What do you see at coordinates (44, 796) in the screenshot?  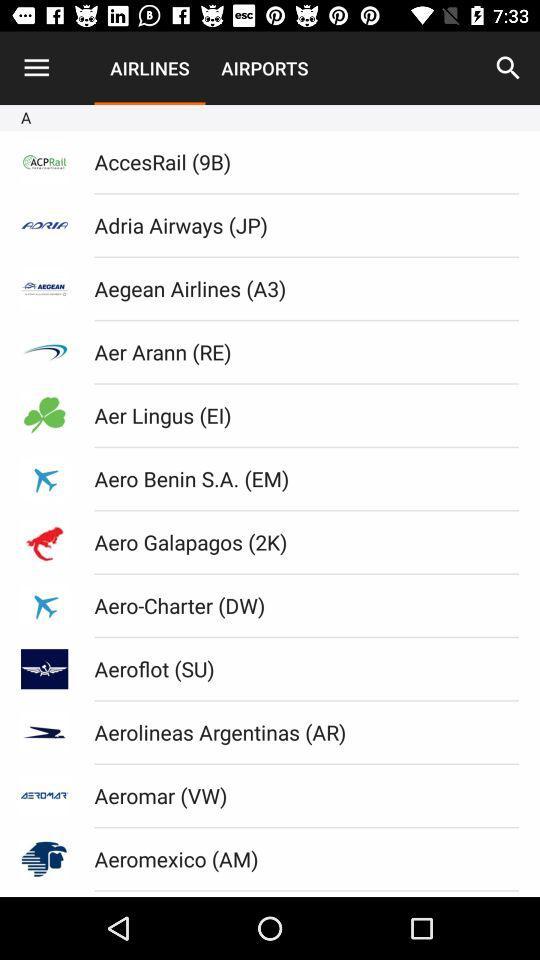 I see `the logo which is right side to aeromar vw` at bounding box center [44, 796].